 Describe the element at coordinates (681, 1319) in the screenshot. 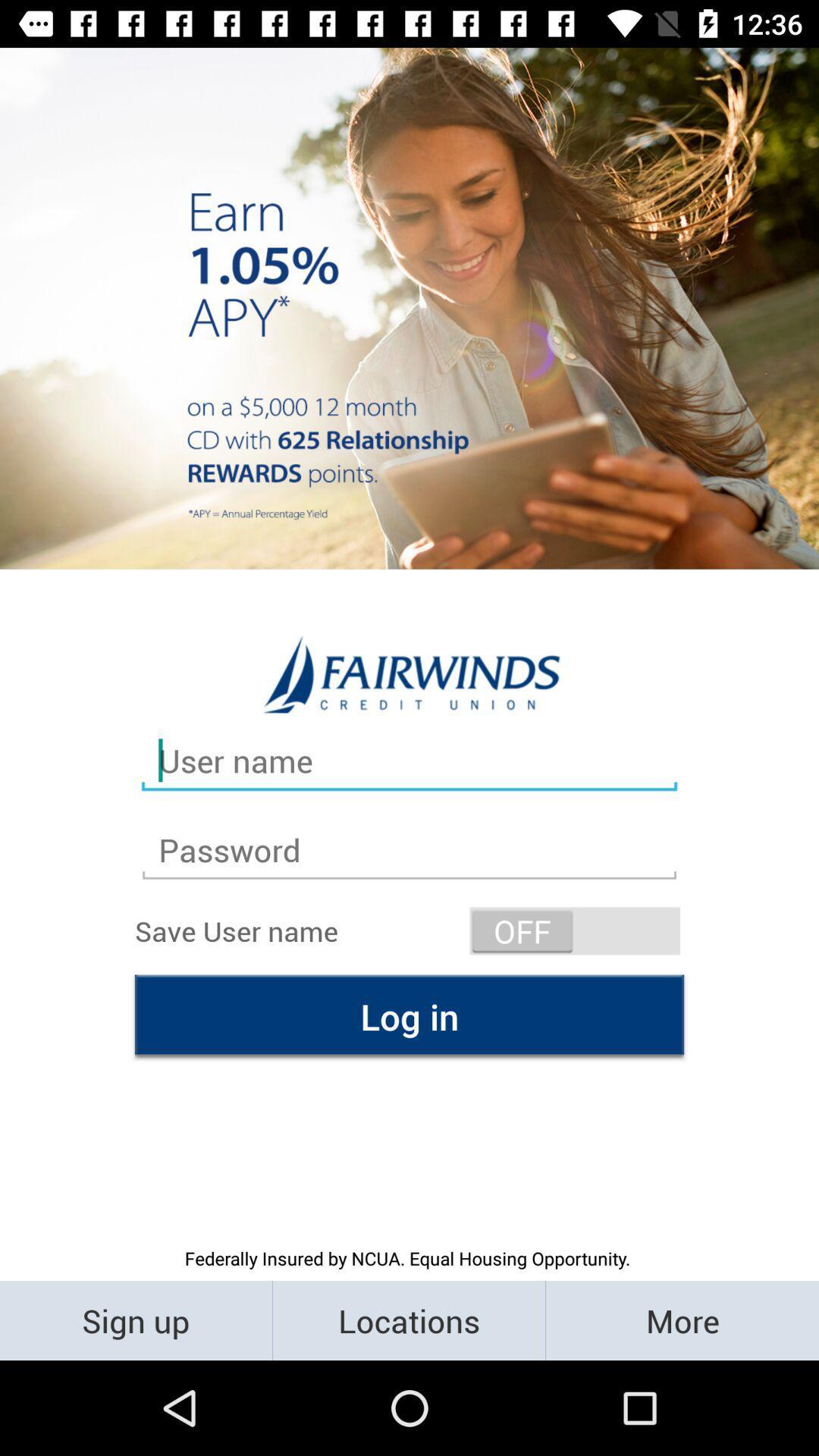

I see `more item` at that location.